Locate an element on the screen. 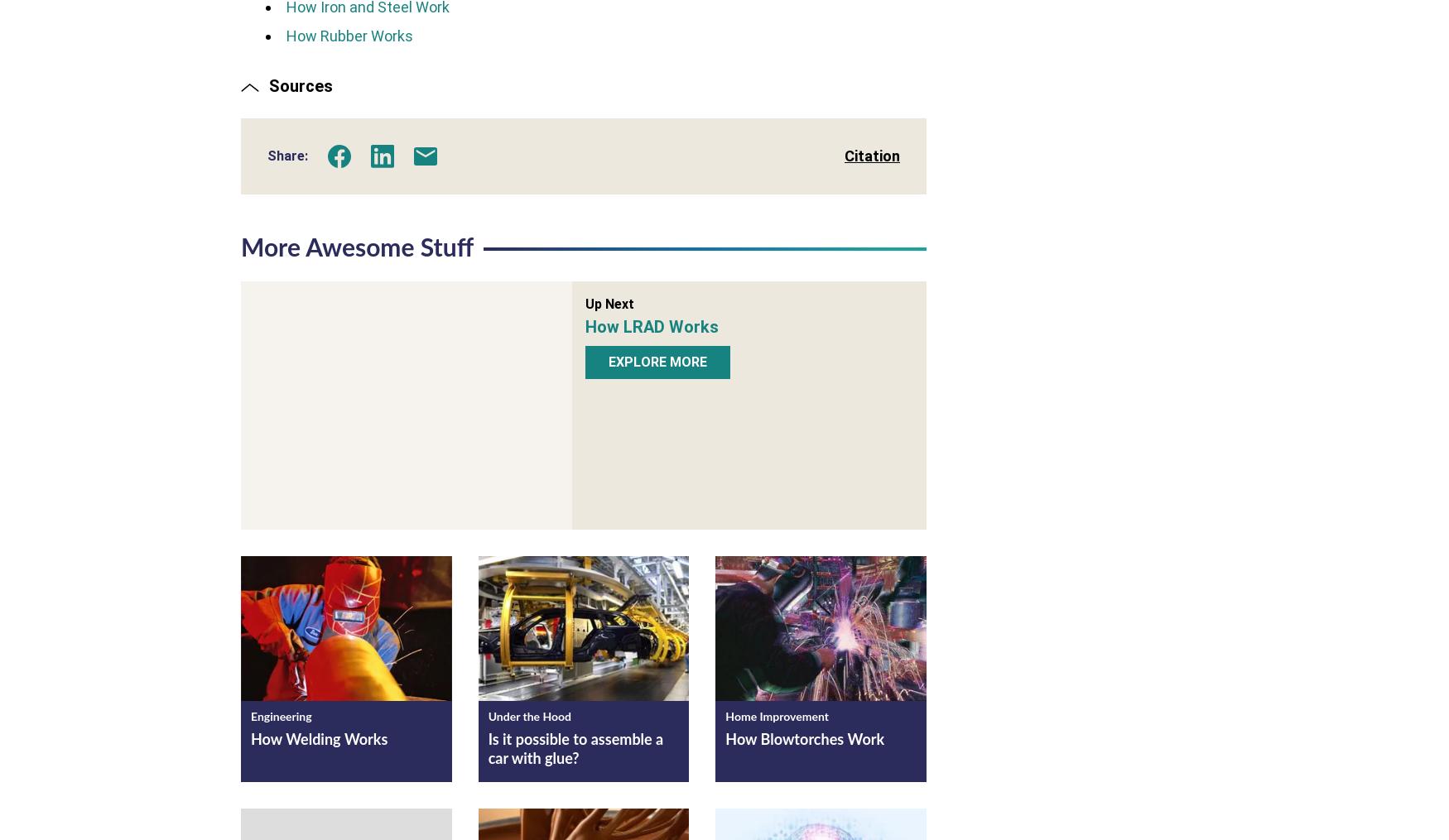  'Citation' is located at coordinates (871, 155).